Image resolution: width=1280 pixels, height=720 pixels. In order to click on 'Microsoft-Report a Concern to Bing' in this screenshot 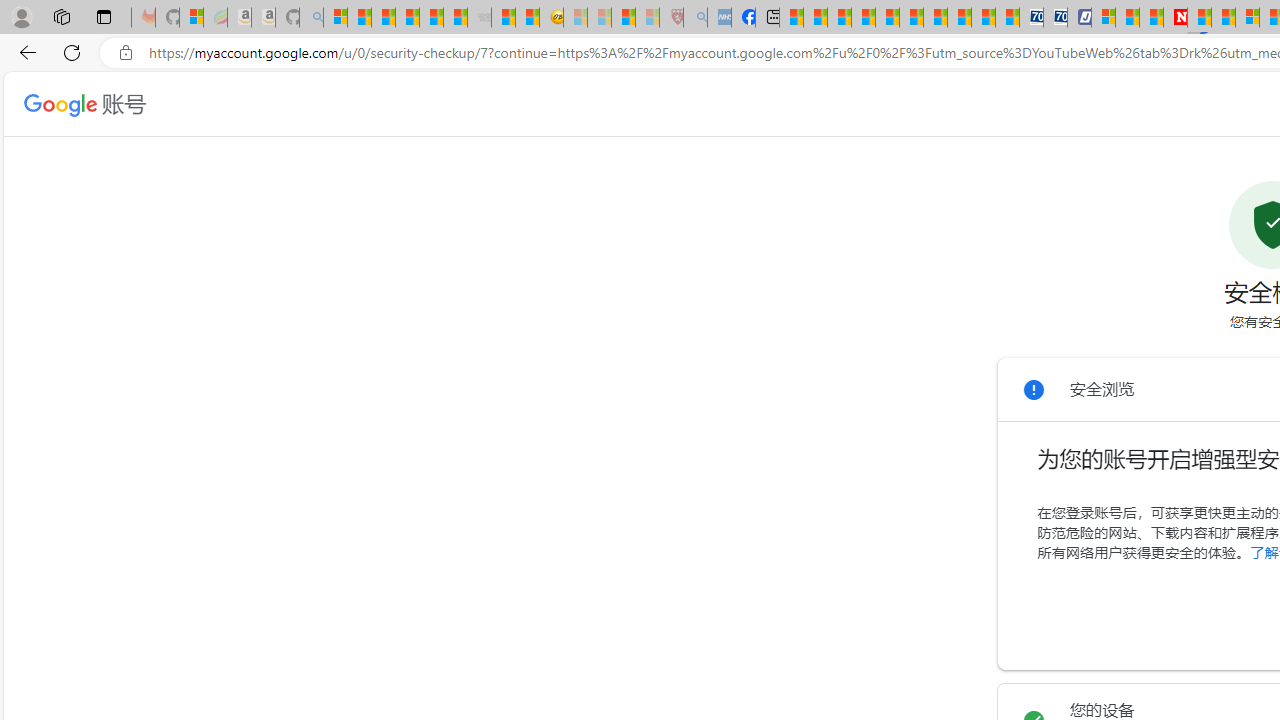, I will do `click(192, 17)`.